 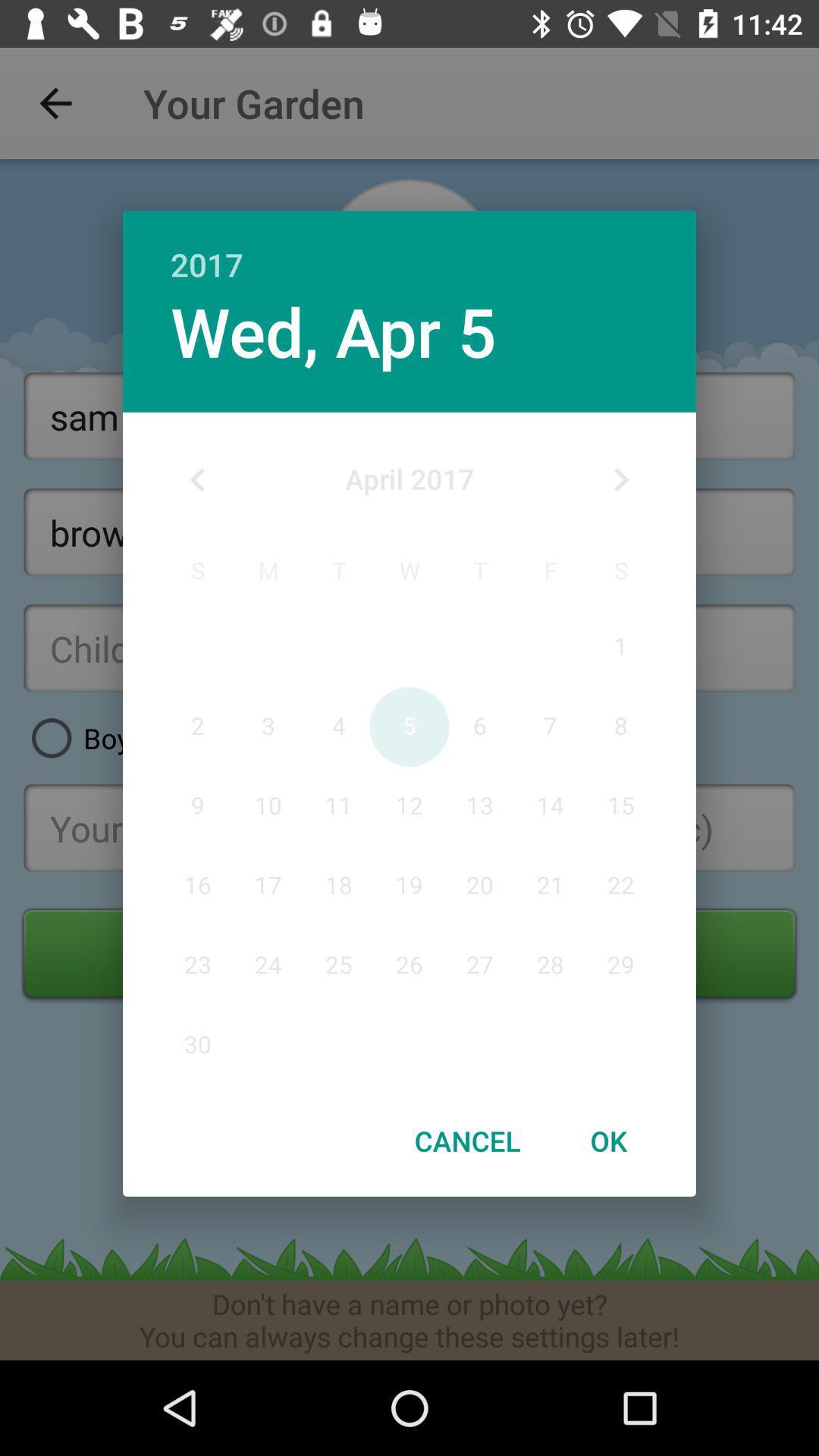 I want to click on item to the right of the cancel, so click(x=607, y=1141).